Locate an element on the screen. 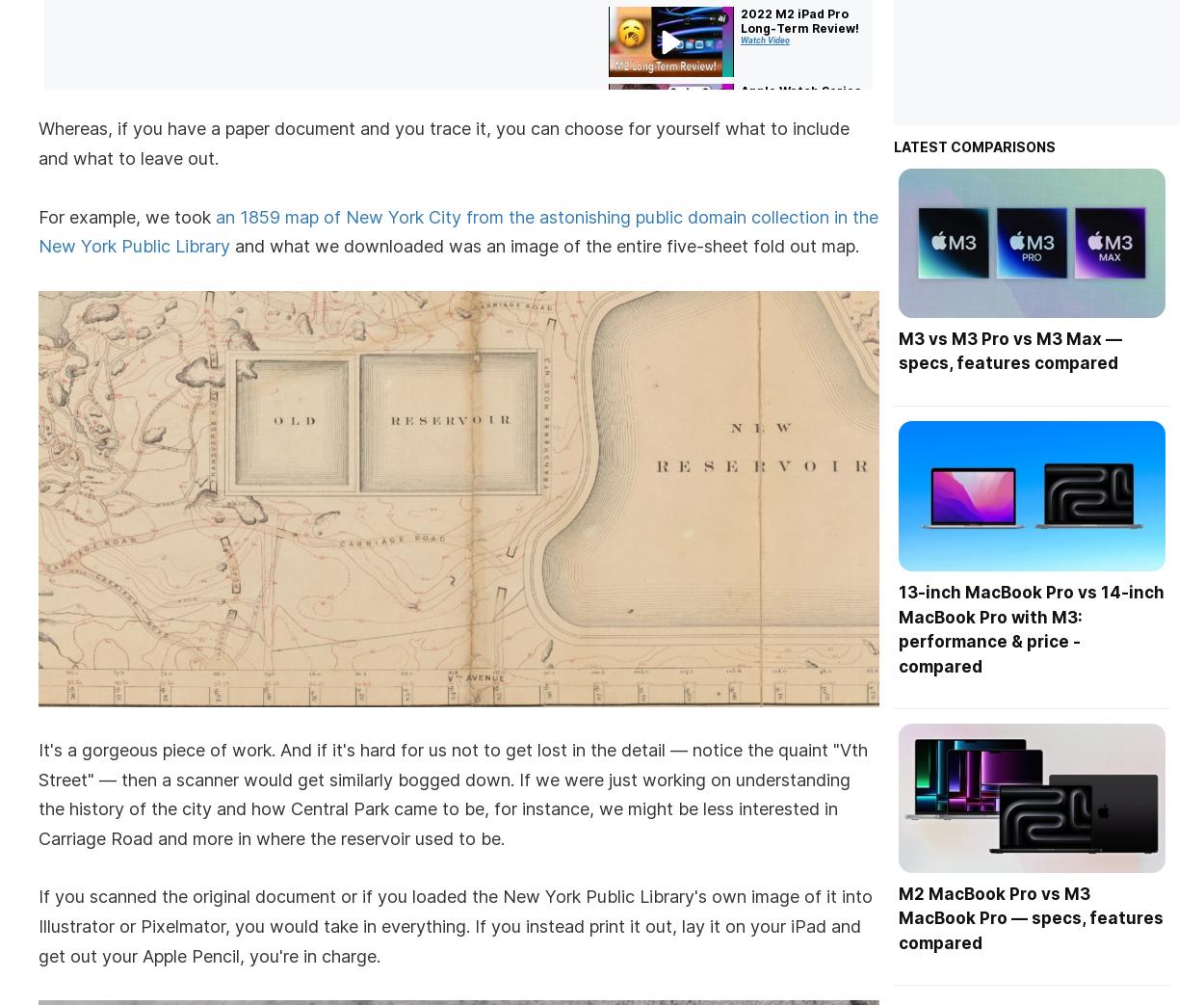 This screenshot has height=1005, width=1204. 'M2 MacBook Pro vs M3 MacBook Pro —  specs, features compared' is located at coordinates (1029, 916).